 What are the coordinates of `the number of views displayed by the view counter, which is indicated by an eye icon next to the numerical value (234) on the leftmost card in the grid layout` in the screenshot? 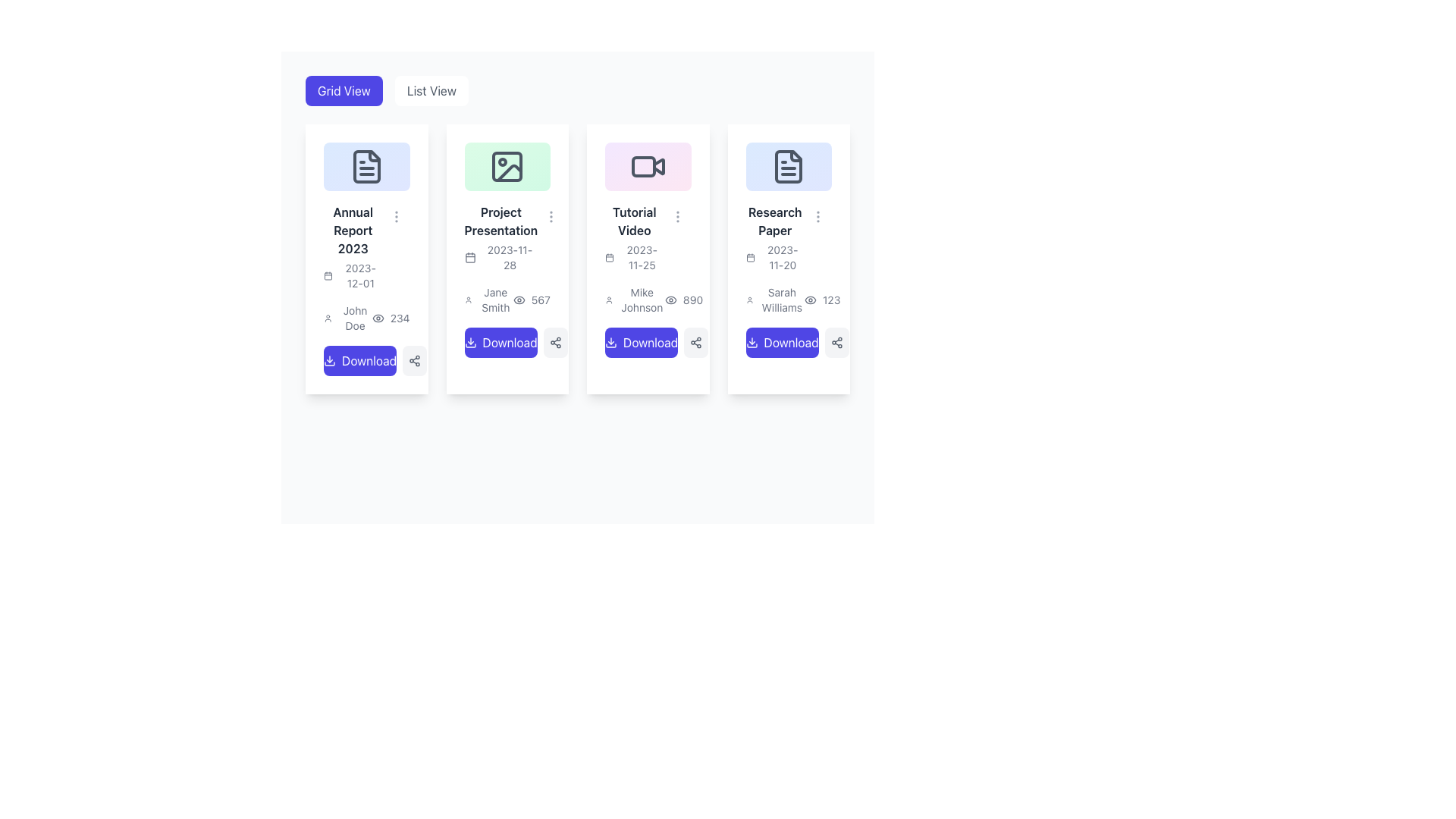 It's located at (391, 317).